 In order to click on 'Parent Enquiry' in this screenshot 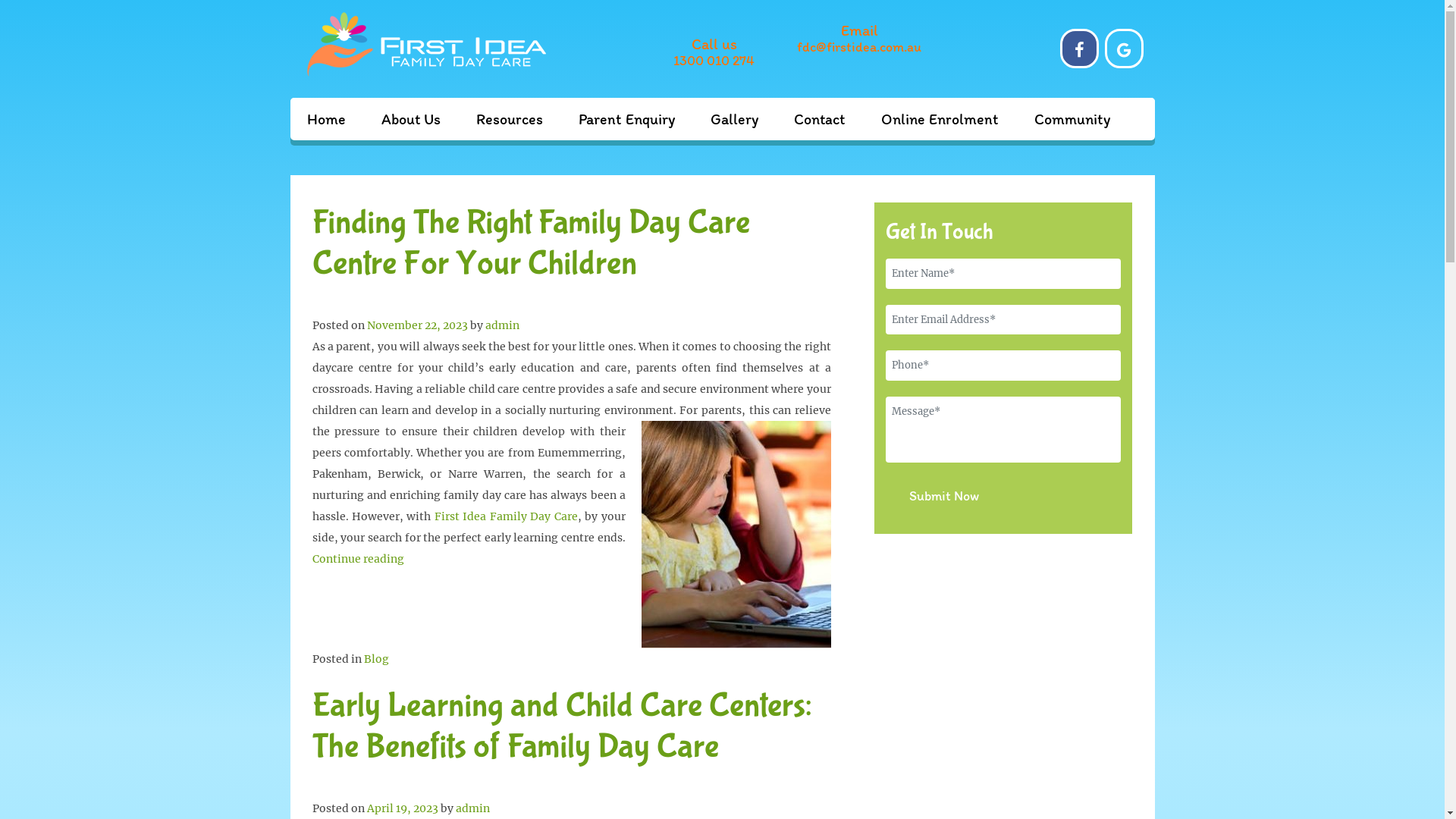, I will do `click(626, 118)`.